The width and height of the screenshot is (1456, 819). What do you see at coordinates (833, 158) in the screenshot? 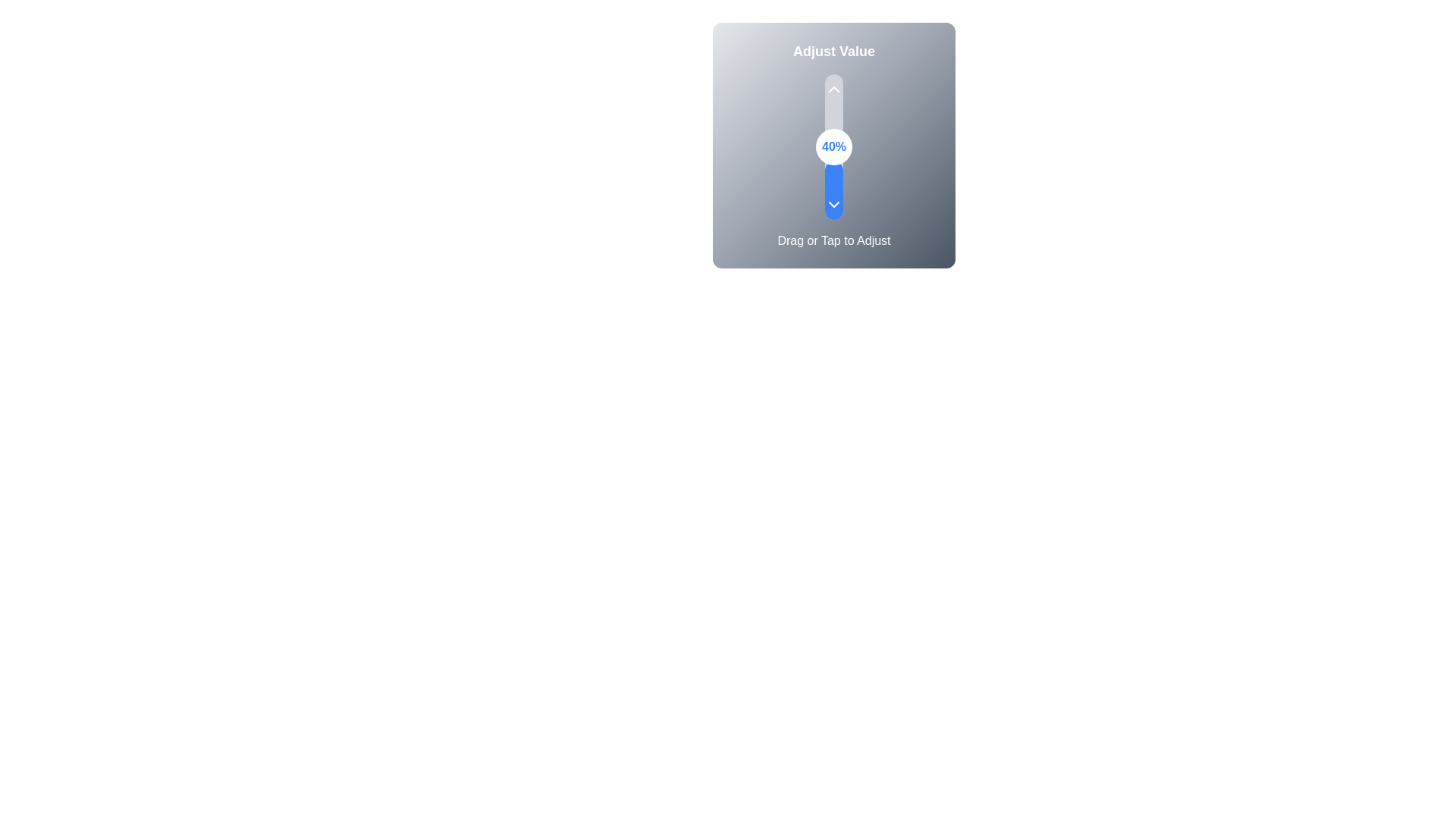
I see `the slider value` at bounding box center [833, 158].